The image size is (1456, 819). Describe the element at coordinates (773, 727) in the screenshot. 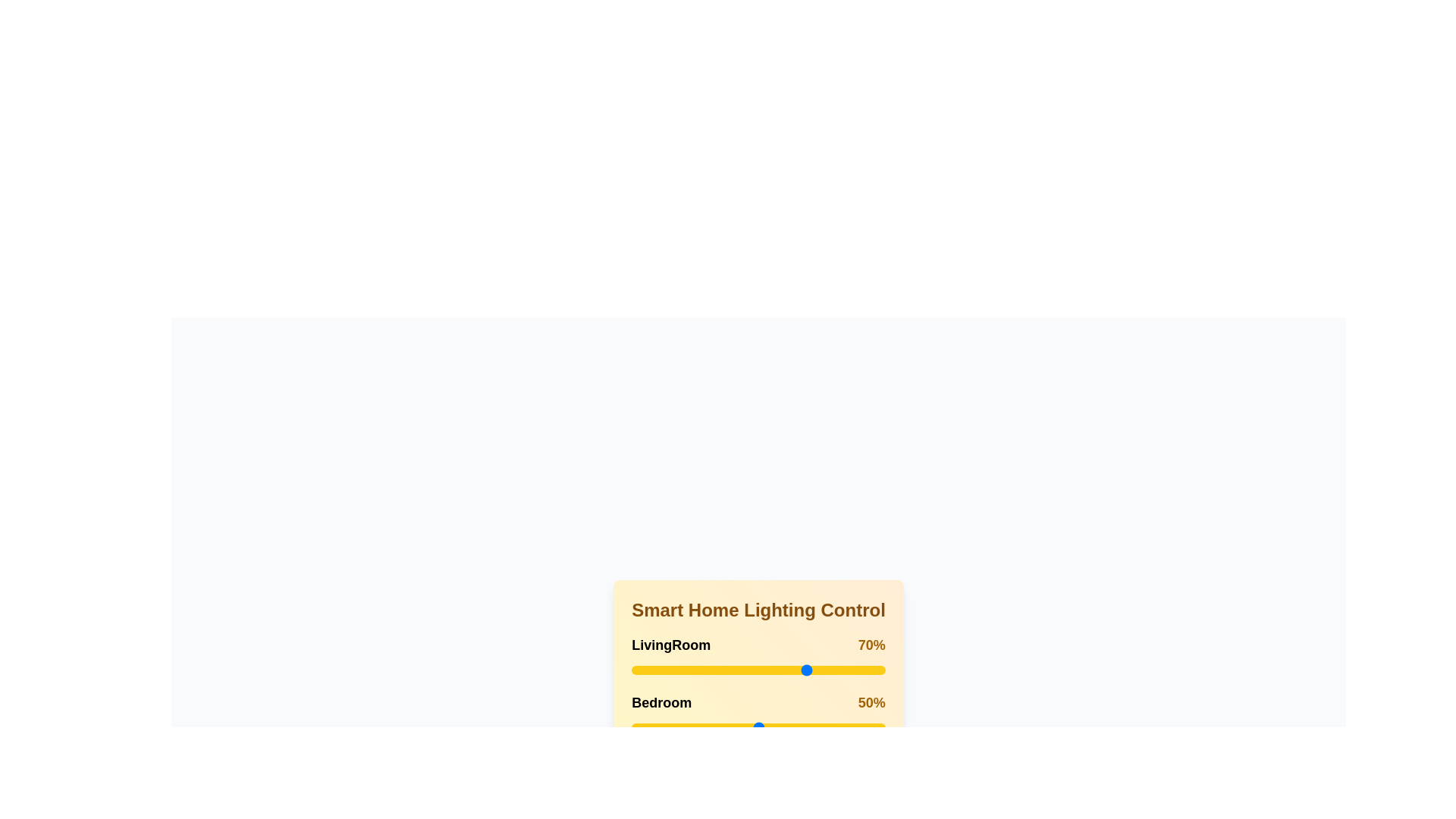

I see `bedroom light intensity` at that location.